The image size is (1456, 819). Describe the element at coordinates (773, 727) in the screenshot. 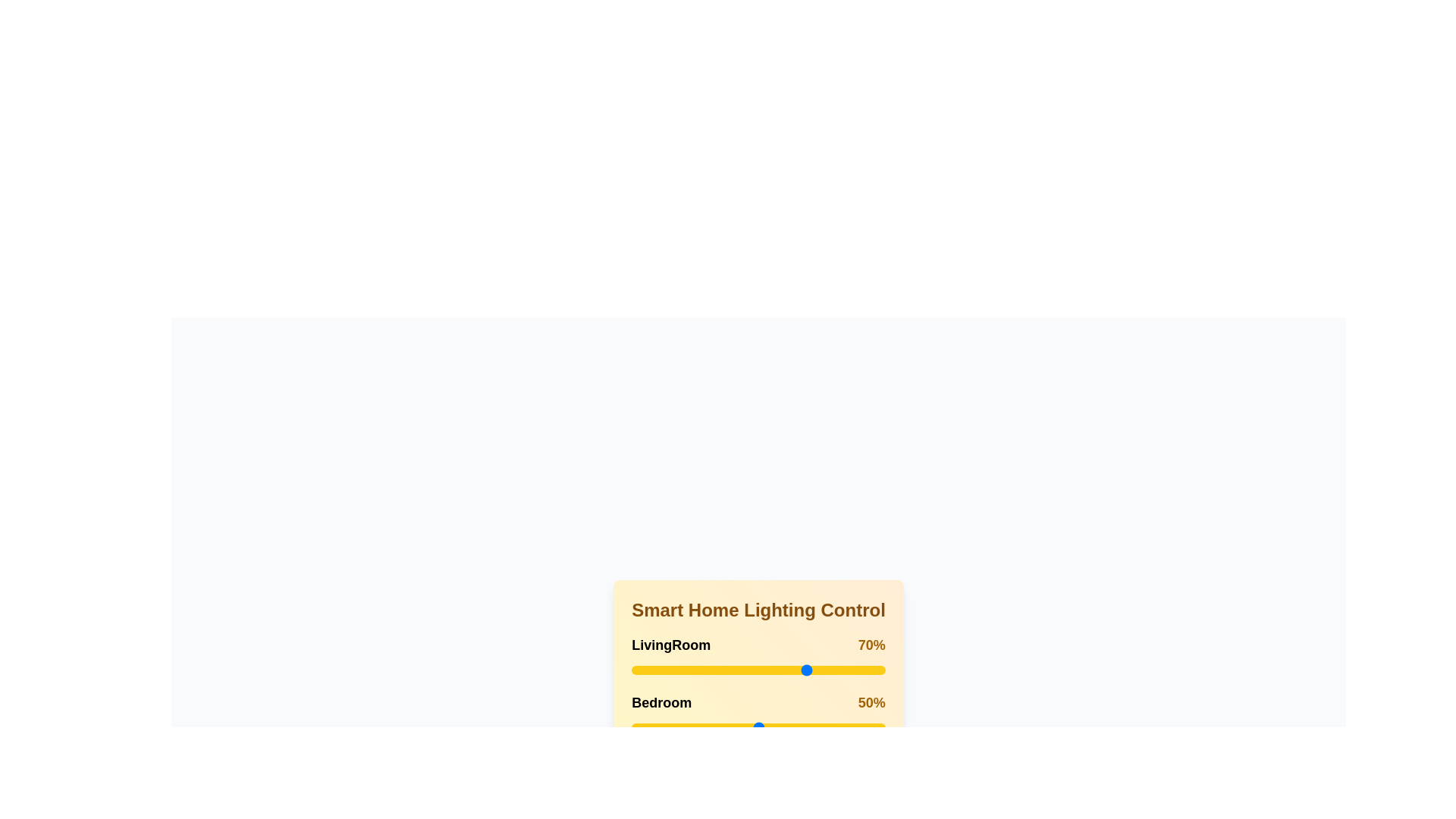

I see `bedroom light intensity` at that location.